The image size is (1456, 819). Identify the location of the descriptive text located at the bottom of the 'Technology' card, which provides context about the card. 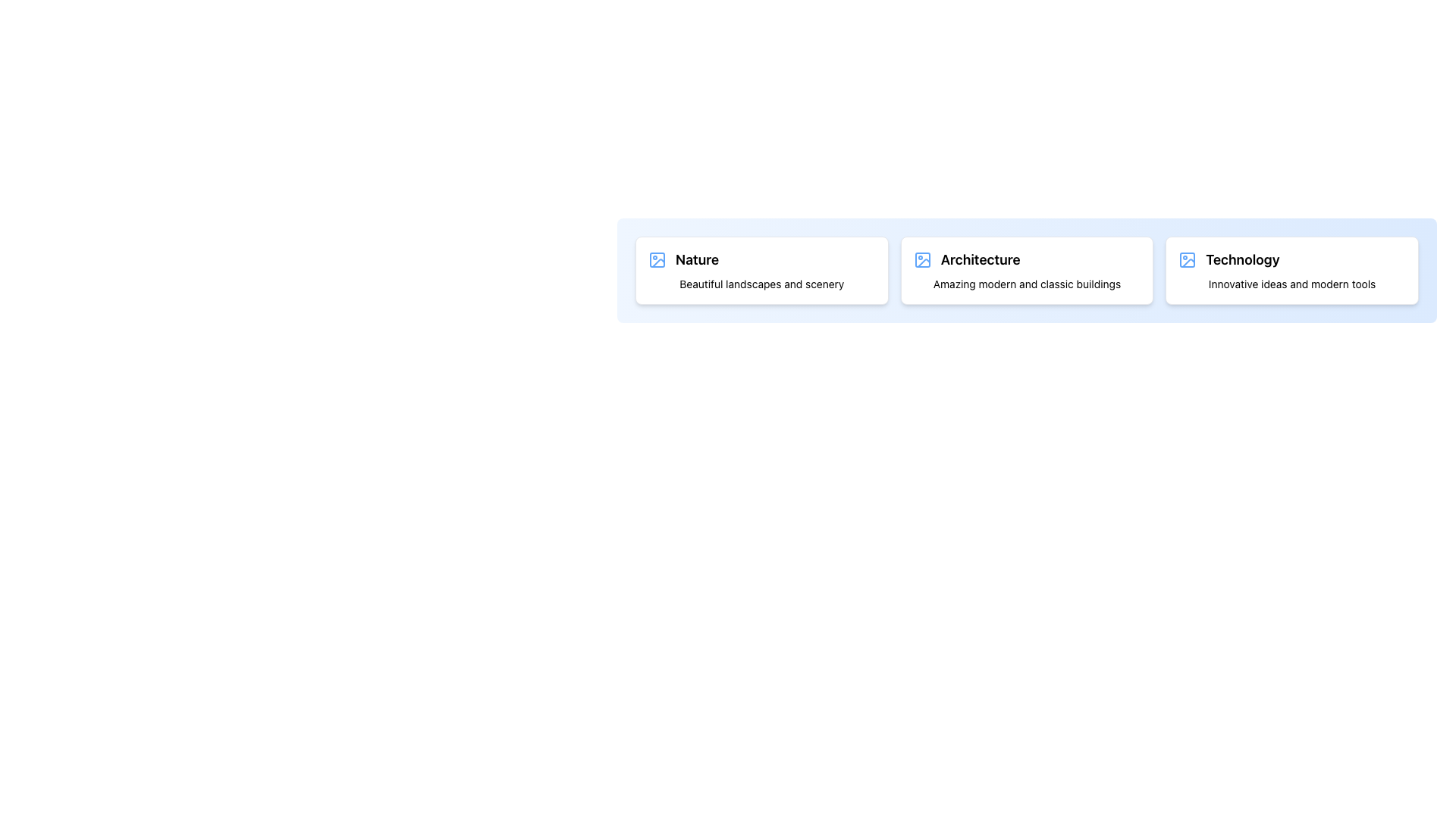
(1291, 284).